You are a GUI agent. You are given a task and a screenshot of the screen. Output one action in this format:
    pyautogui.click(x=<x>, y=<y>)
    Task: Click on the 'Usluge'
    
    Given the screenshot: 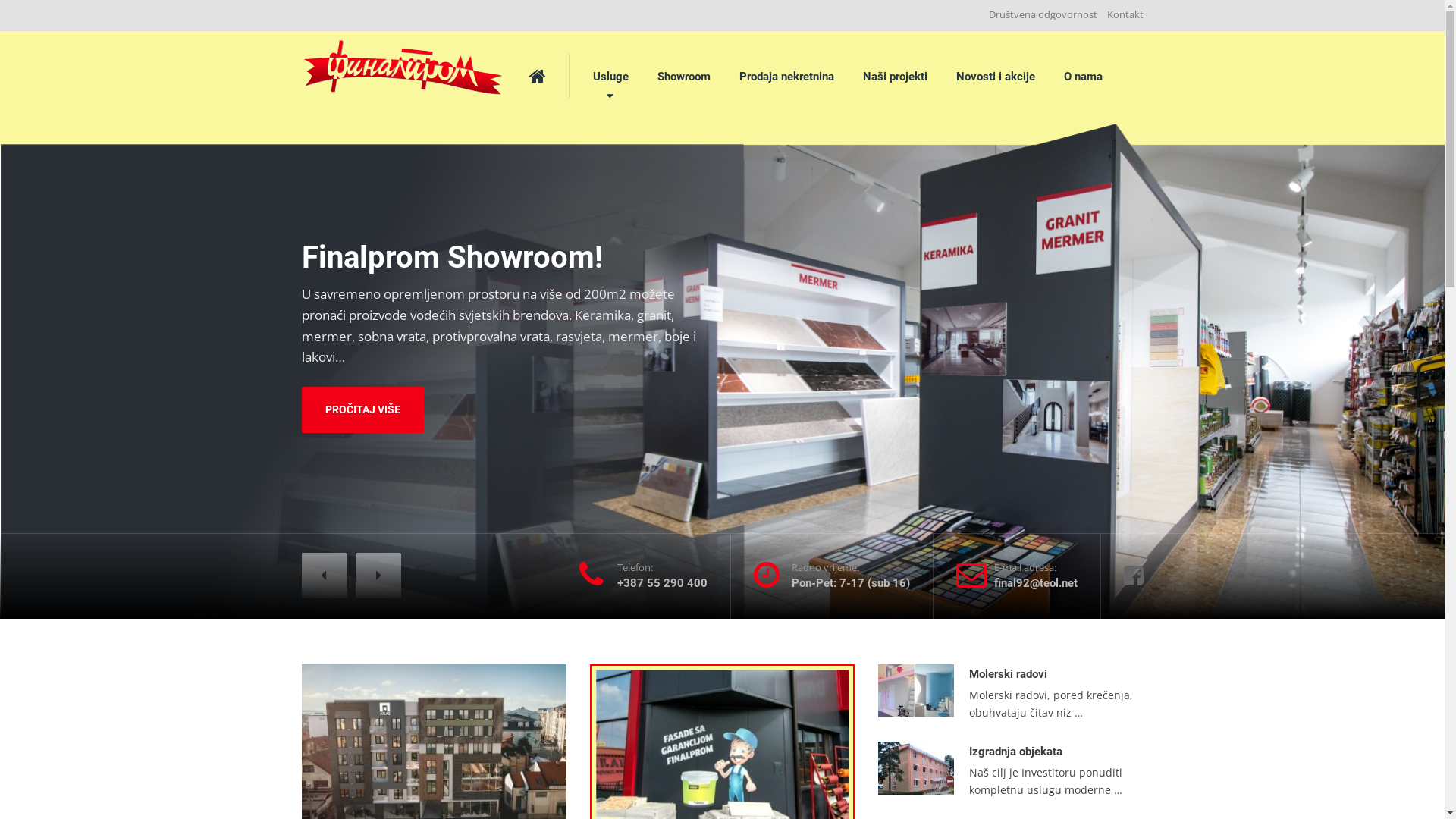 What is the action you would take?
    pyautogui.click(x=577, y=76)
    